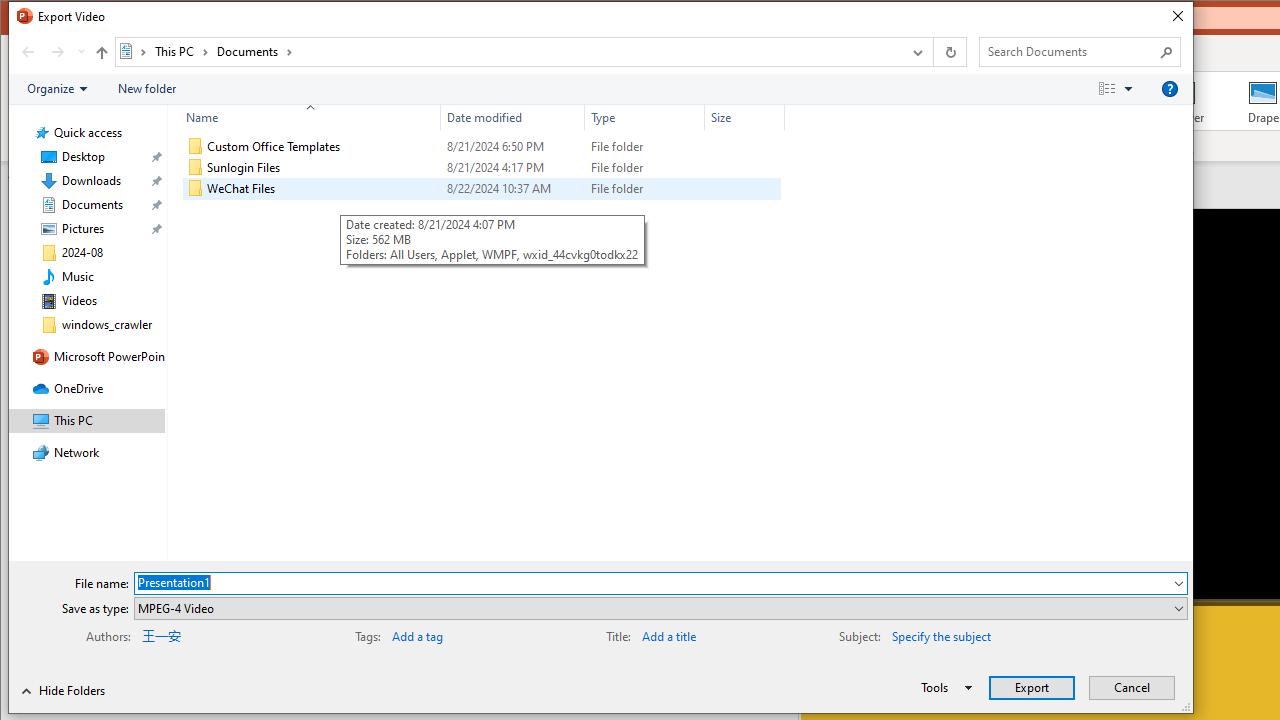 The height and width of the screenshot is (720, 1280). I want to click on 'Forward (Alt + Right Arrow)', so click(58, 50).